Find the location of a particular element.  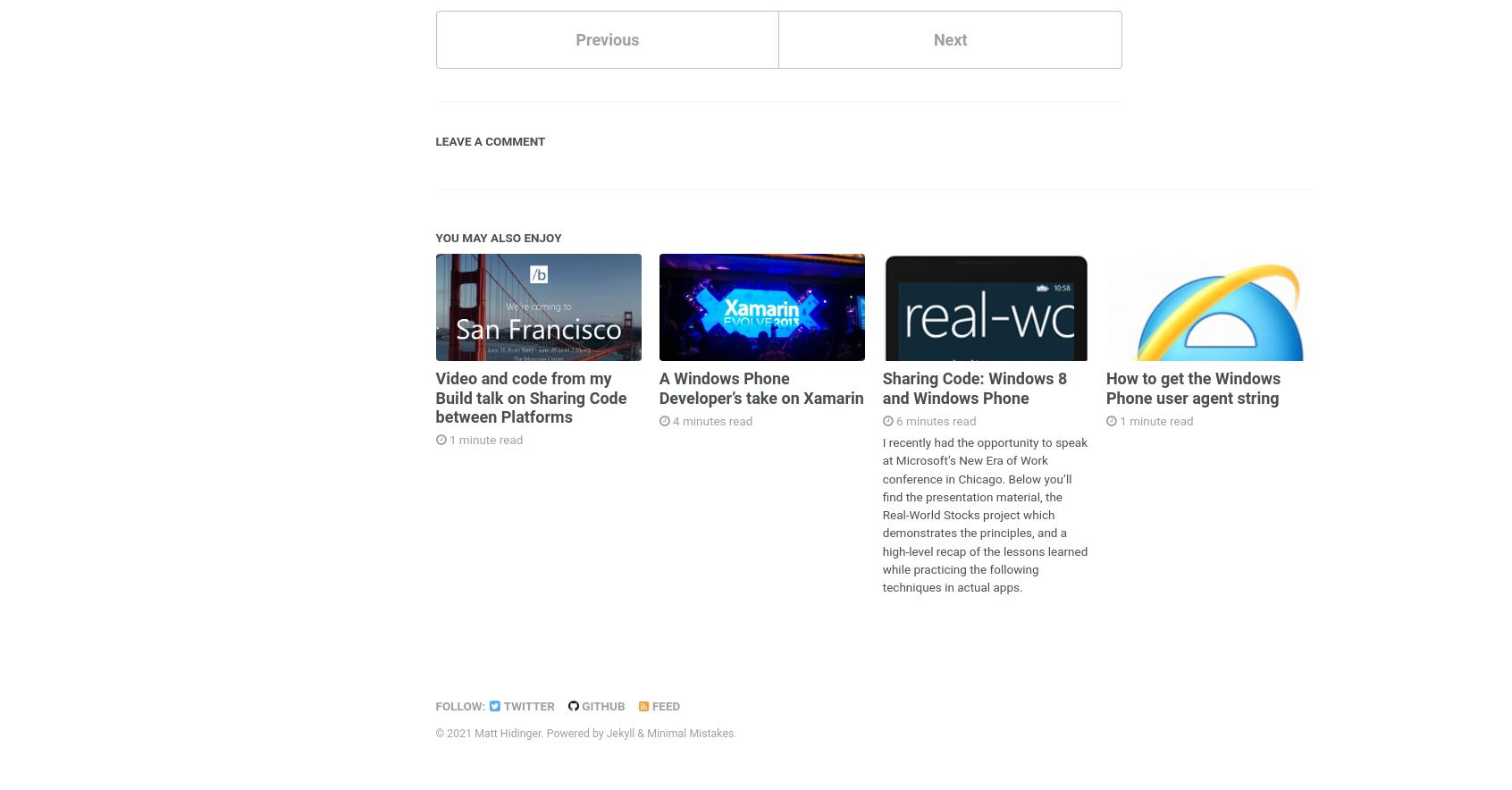

'&' is located at coordinates (640, 732).